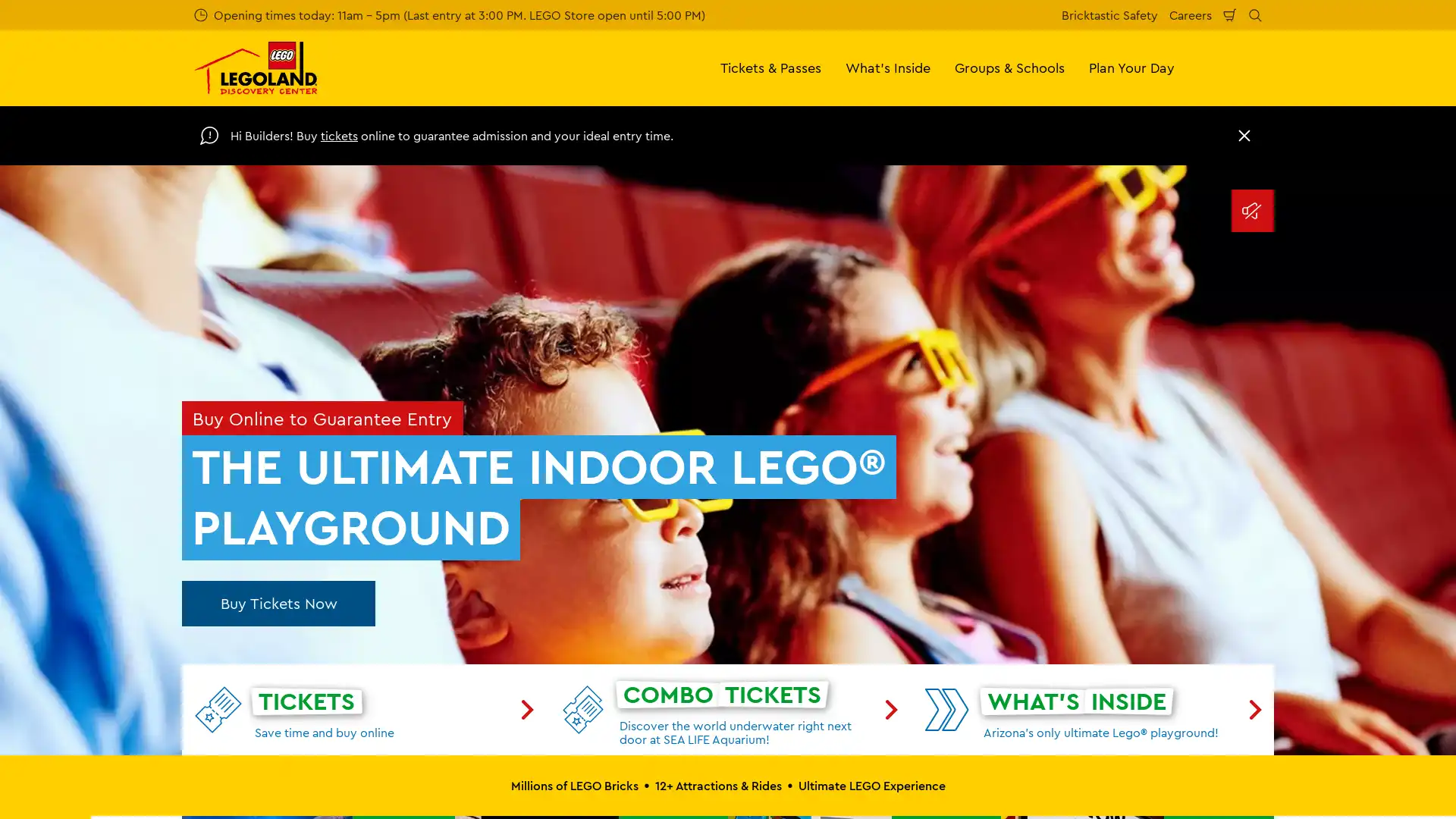 The image size is (1456, 819). Describe the element at coordinates (1255, 14) in the screenshot. I see `Search` at that location.